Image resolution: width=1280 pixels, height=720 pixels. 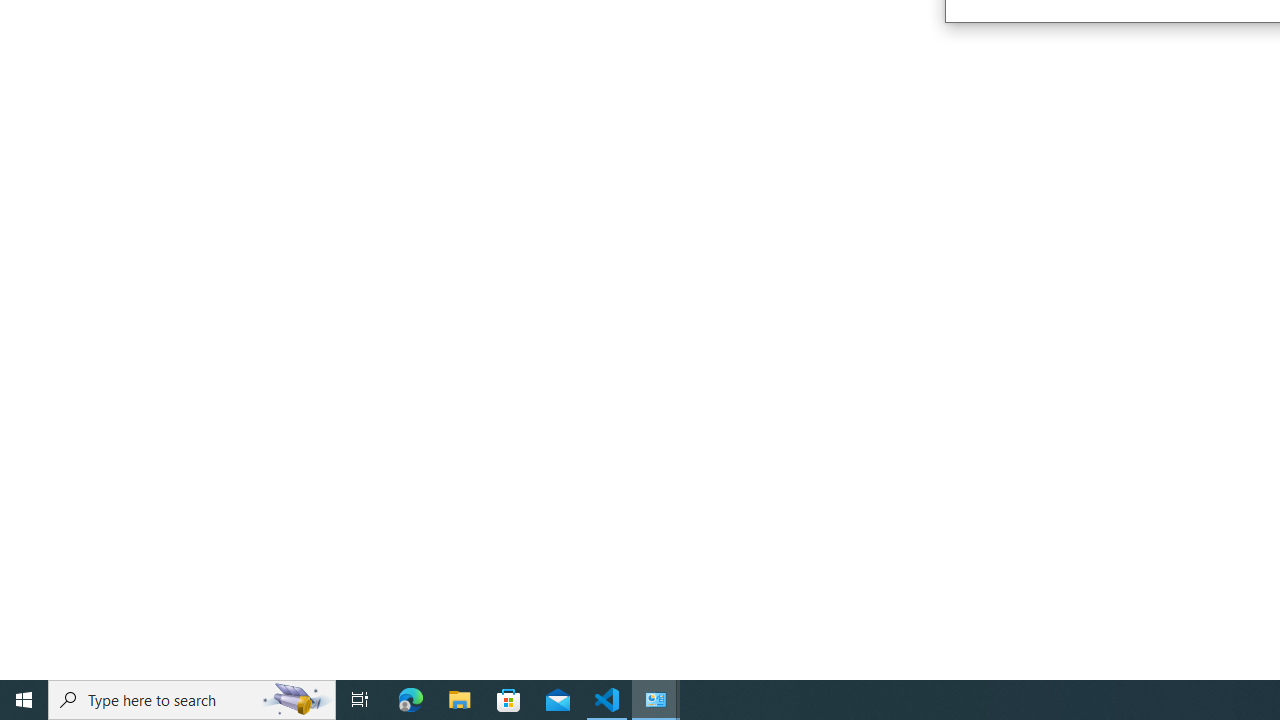 What do you see at coordinates (192, 698) in the screenshot?
I see `'Type here to search'` at bounding box center [192, 698].